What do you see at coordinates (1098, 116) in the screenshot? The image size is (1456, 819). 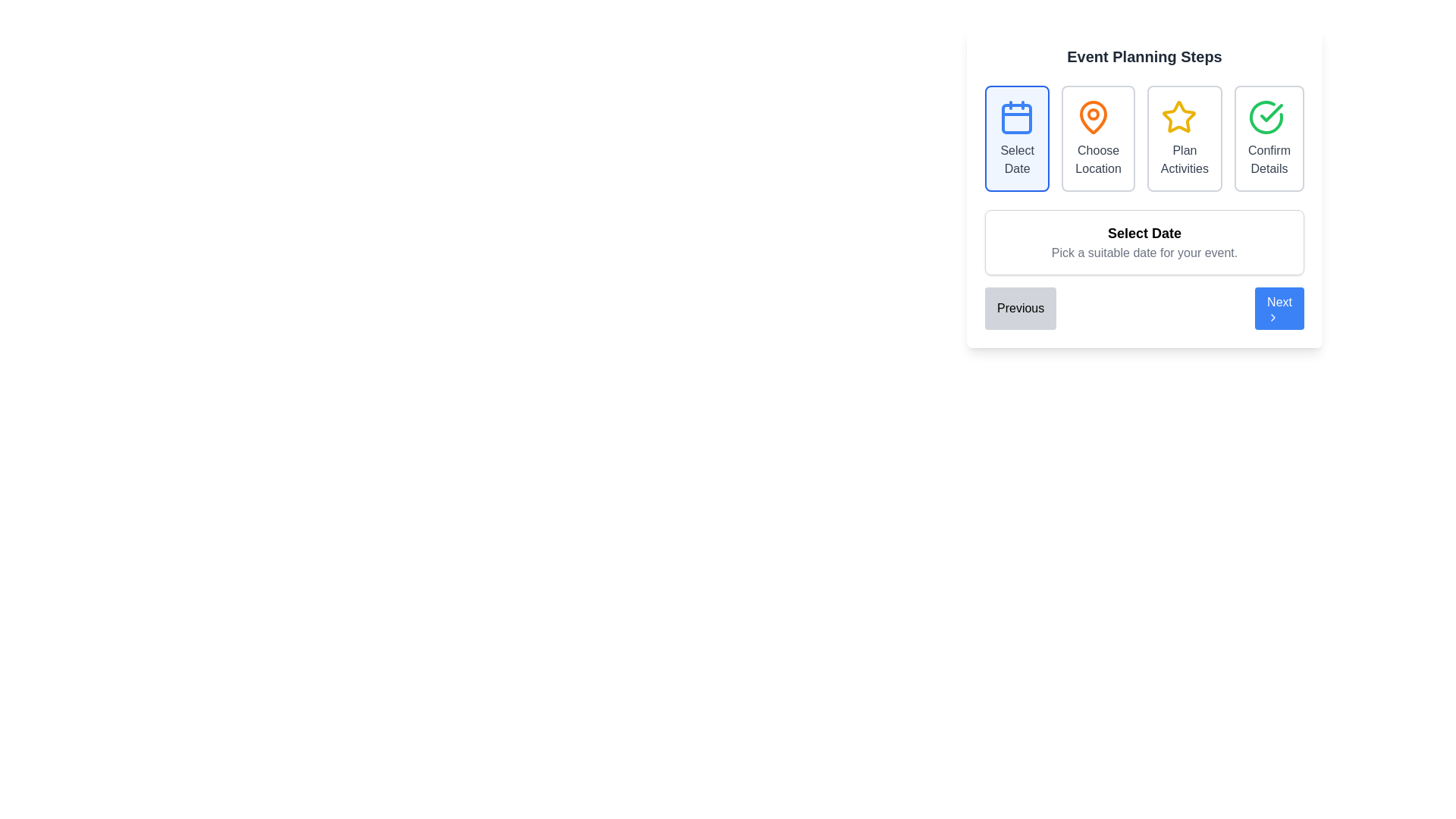 I see `the 'Choose Location' icon, which is the graphical representation of the location pin symbol in the 'Event Planning Steps' interface` at bounding box center [1098, 116].